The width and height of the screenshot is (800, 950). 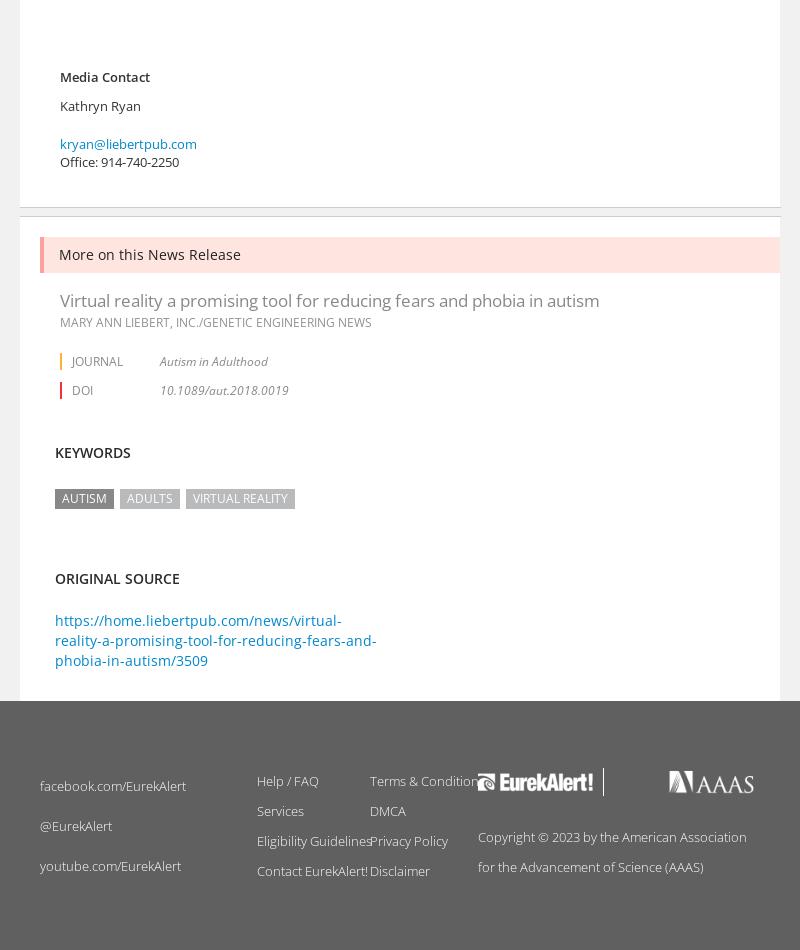 What do you see at coordinates (82, 388) in the screenshot?
I see `'DOI'` at bounding box center [82, 388].